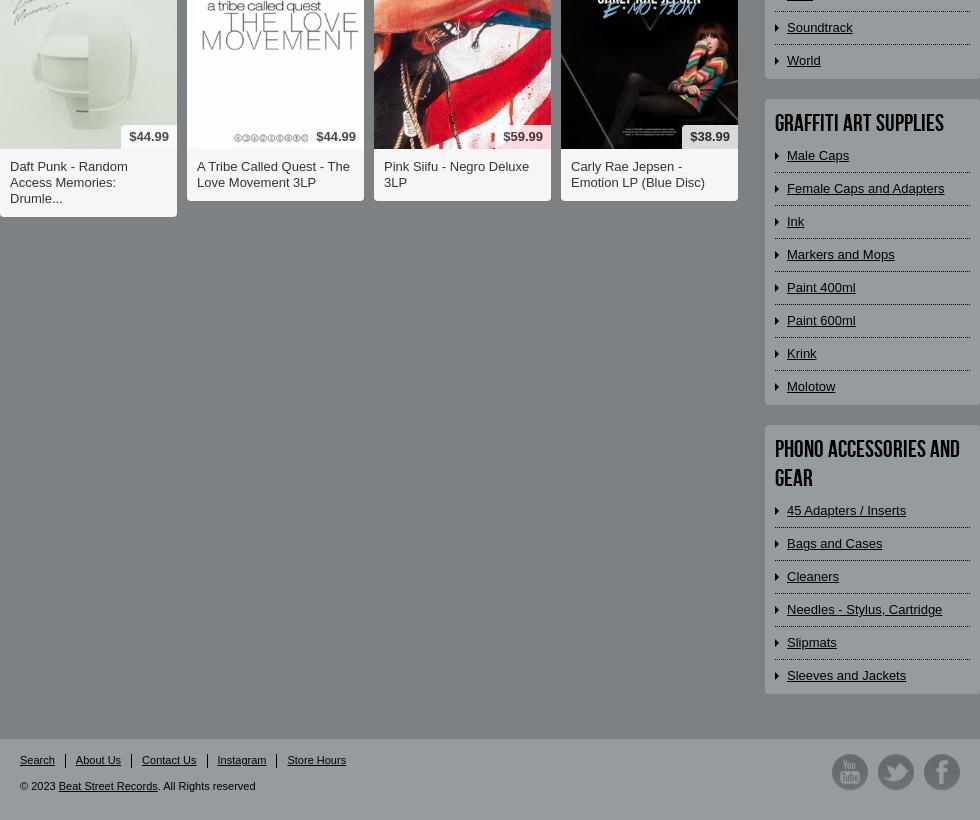  Describe the element at coordinates (801, 352) in the screenshot. I see `'Krink'` at that location.